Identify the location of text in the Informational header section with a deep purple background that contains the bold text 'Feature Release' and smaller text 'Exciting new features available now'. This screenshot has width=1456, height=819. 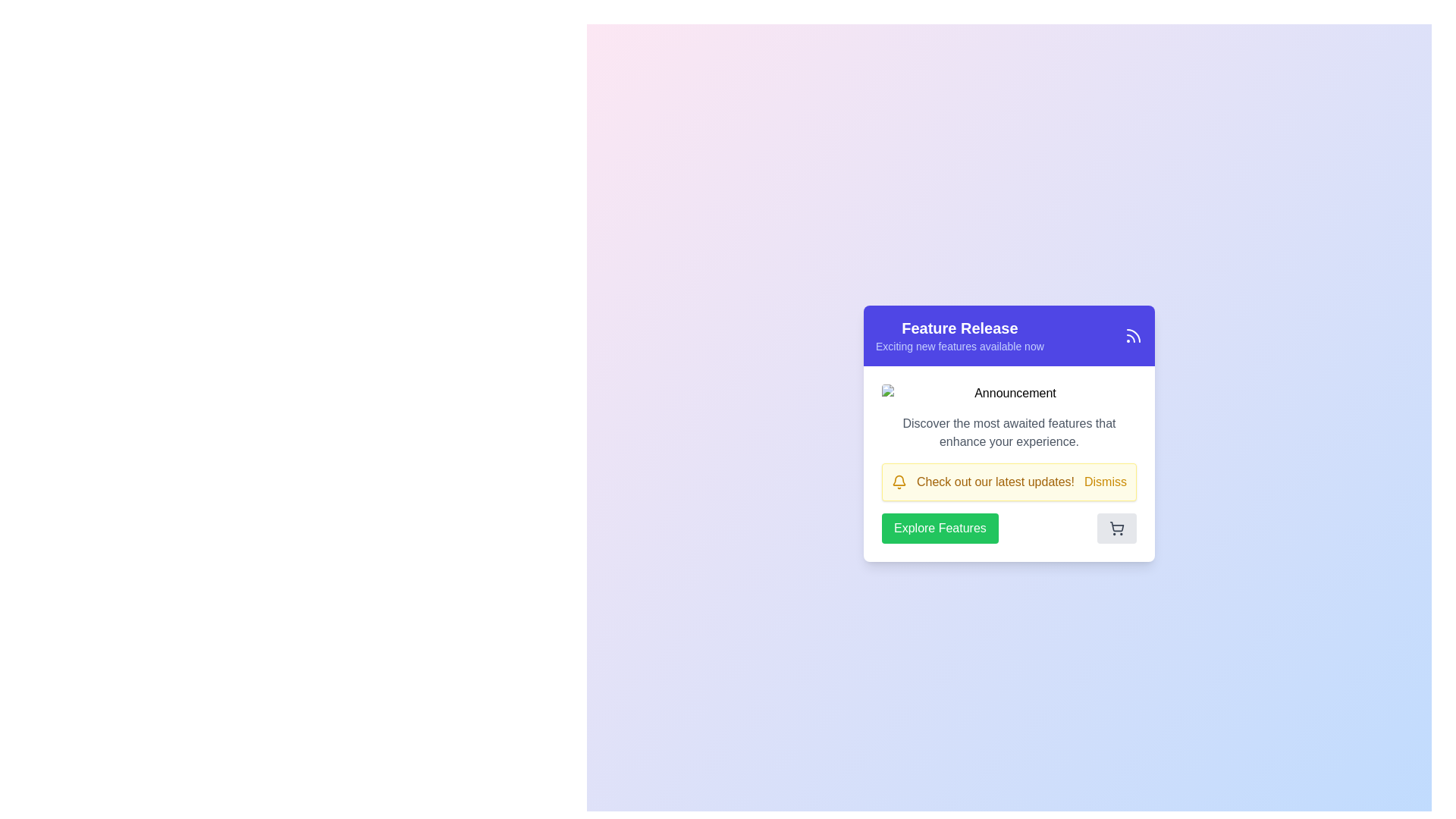
(1009, 335).